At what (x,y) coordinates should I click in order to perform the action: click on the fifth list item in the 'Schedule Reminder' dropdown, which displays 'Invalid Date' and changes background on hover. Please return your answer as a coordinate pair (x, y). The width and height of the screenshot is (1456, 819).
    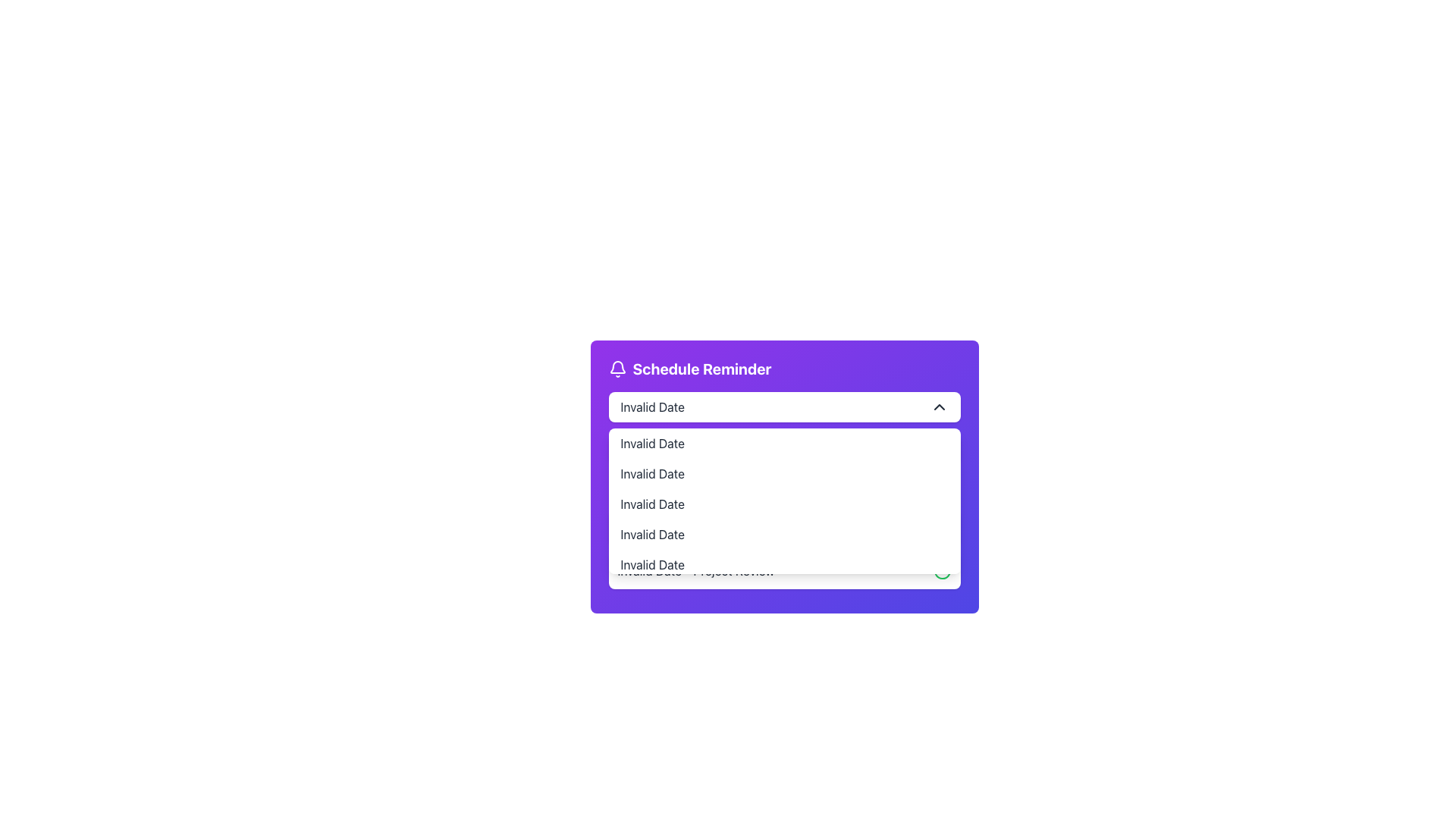
    Looking at the image, I should click on (784, 564).